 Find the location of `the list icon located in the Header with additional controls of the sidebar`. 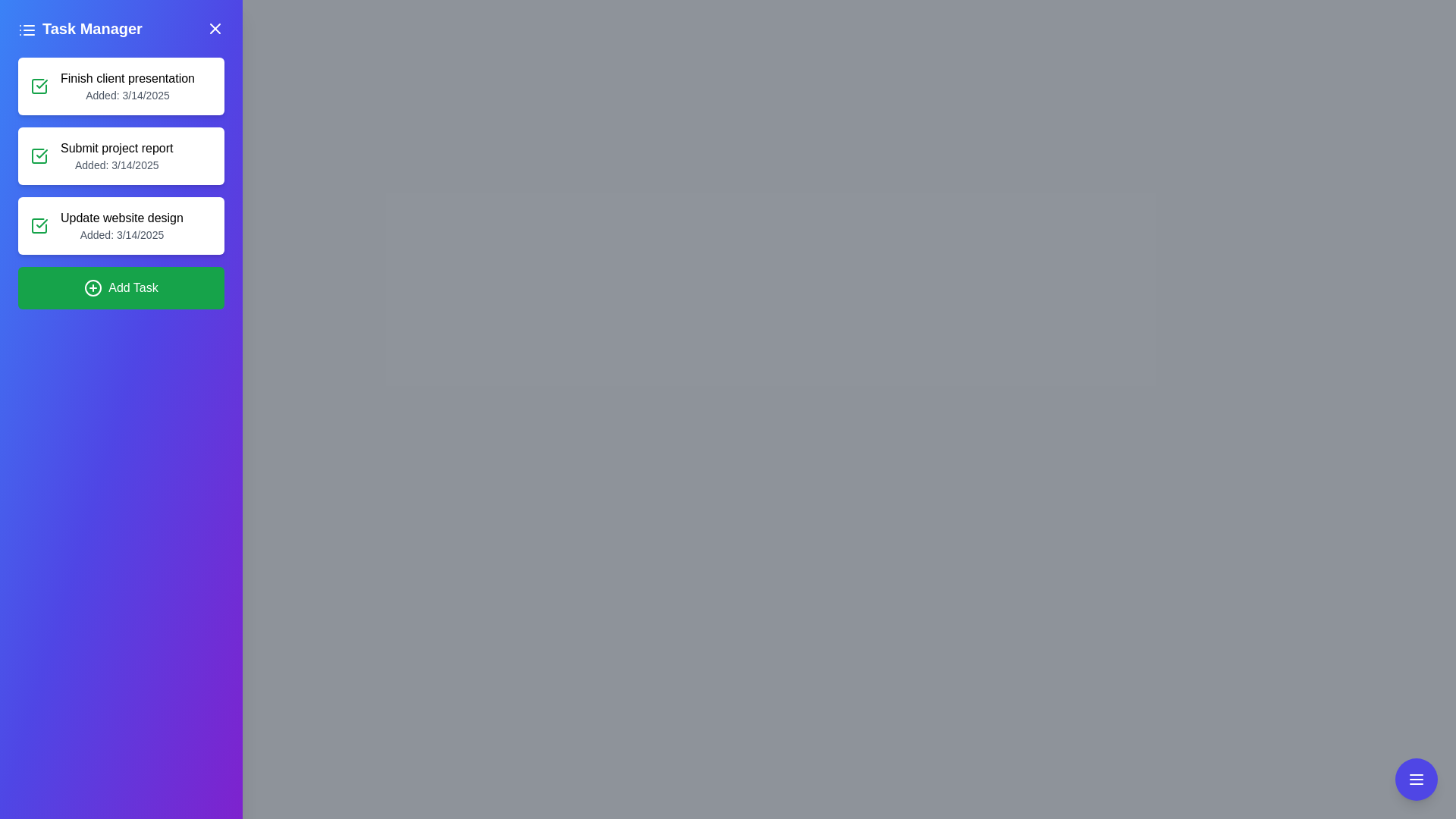

the list icon located in the Header with additional controls of the sidebar is located at coordinates (120, 29).